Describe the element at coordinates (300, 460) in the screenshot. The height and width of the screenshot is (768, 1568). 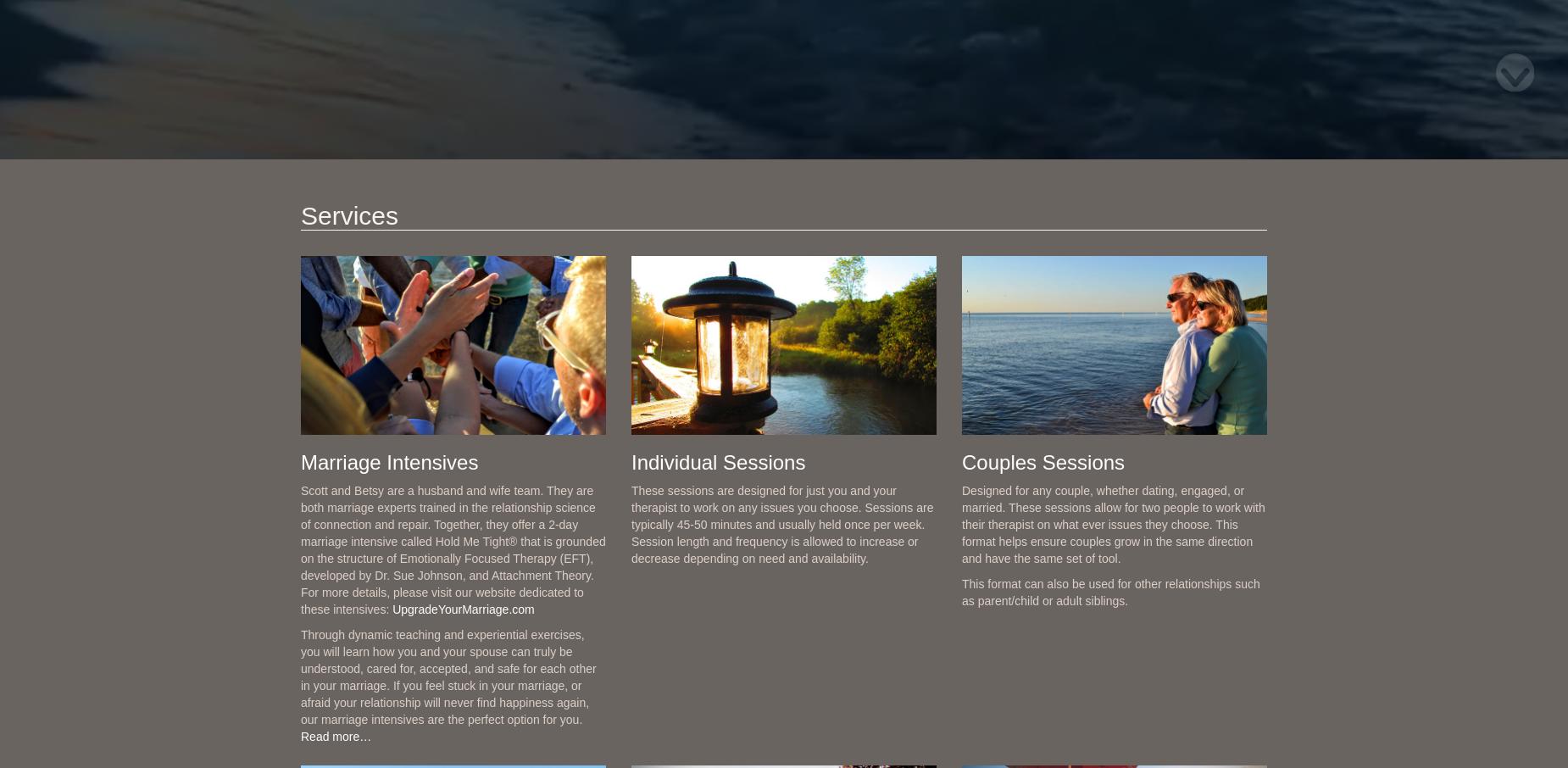
I see `'Marriage Intensives'` at that location.